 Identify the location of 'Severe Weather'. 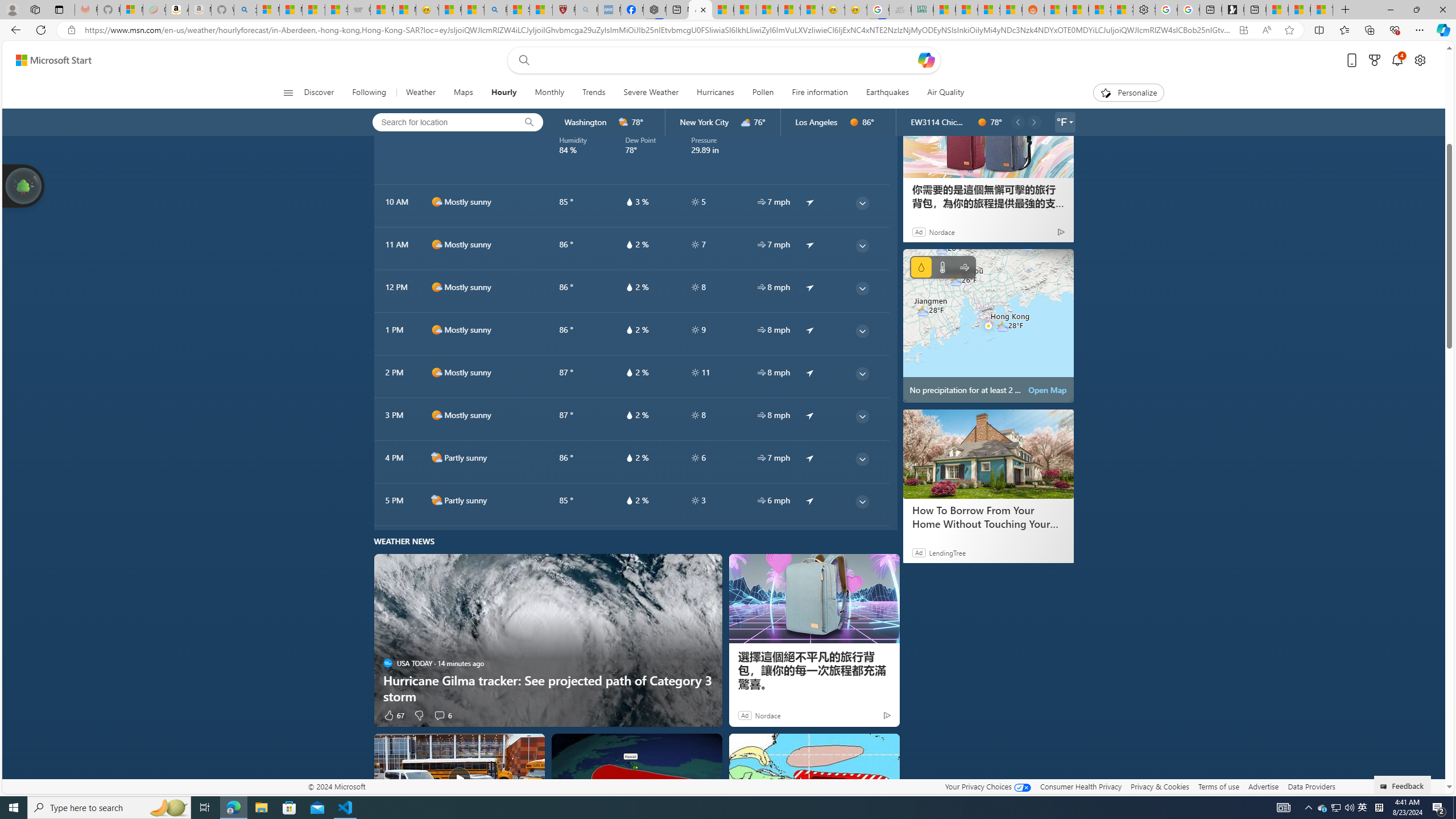
(651, 92).